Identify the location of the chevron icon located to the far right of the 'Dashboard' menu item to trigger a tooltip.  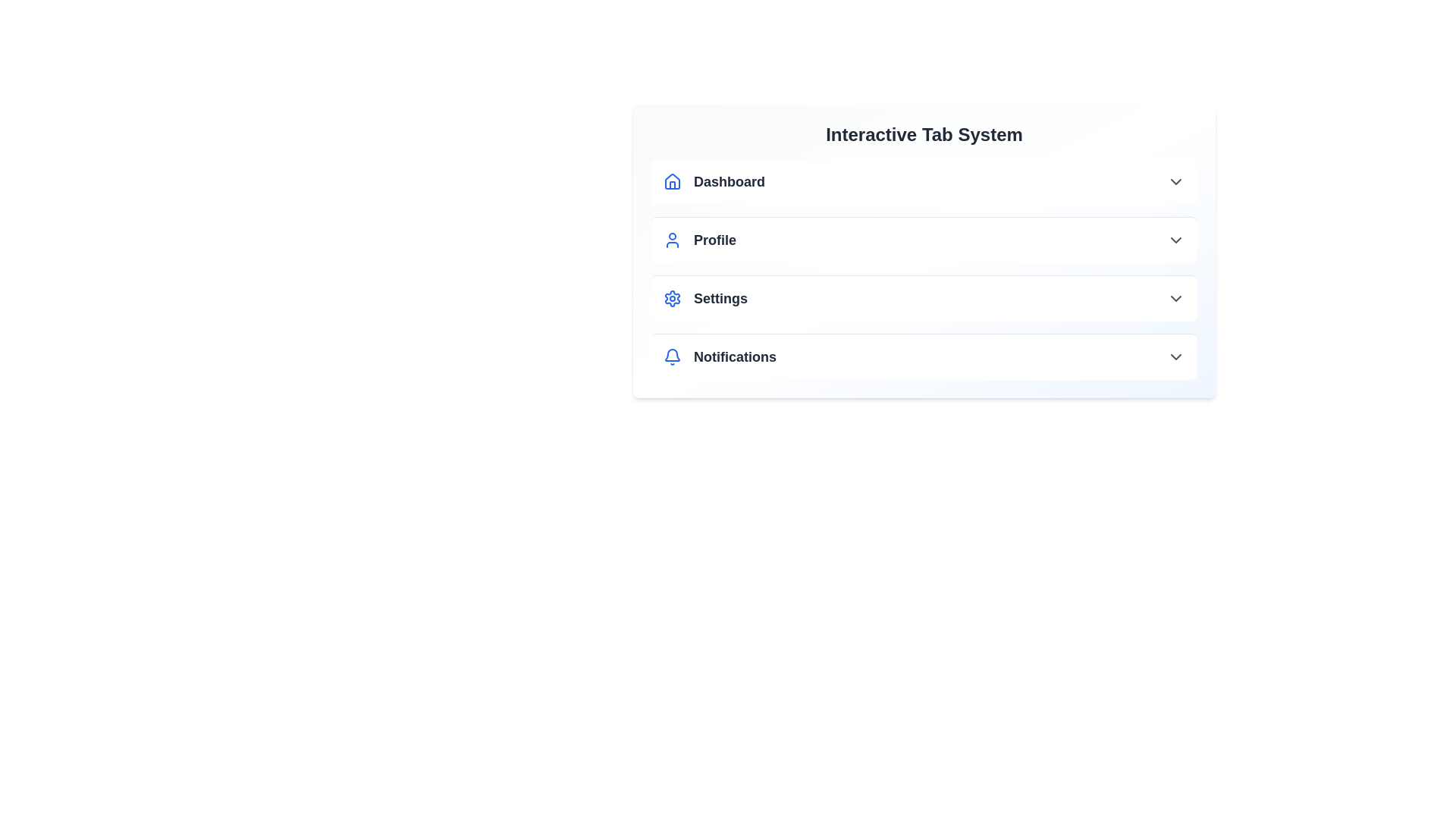
(1175, 180).